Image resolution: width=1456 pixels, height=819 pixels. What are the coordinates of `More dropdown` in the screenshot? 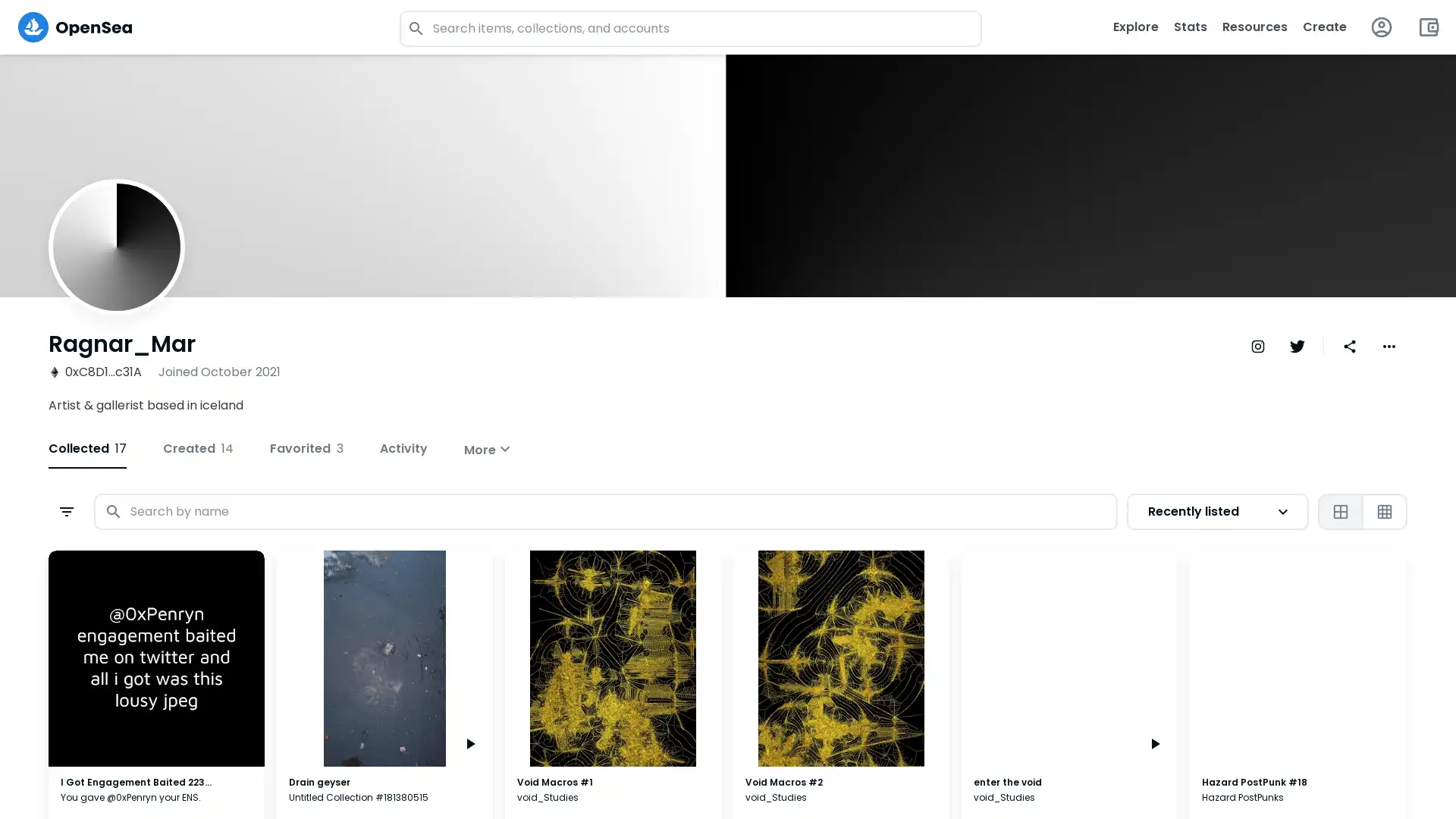 It's located at (1389, 345).